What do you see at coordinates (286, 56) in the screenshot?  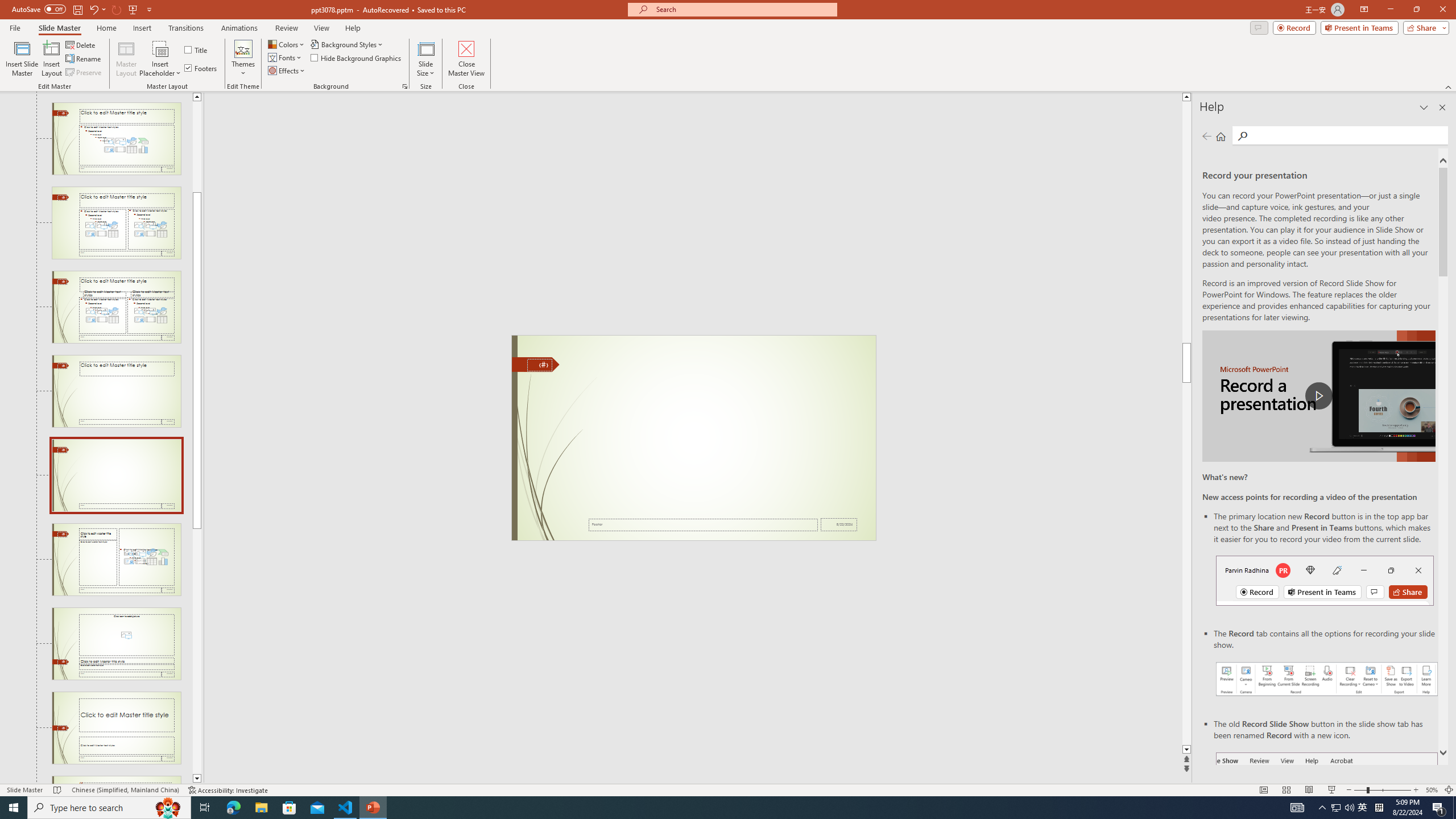 I see `'Fonts'` at bounding box center [286, 56].